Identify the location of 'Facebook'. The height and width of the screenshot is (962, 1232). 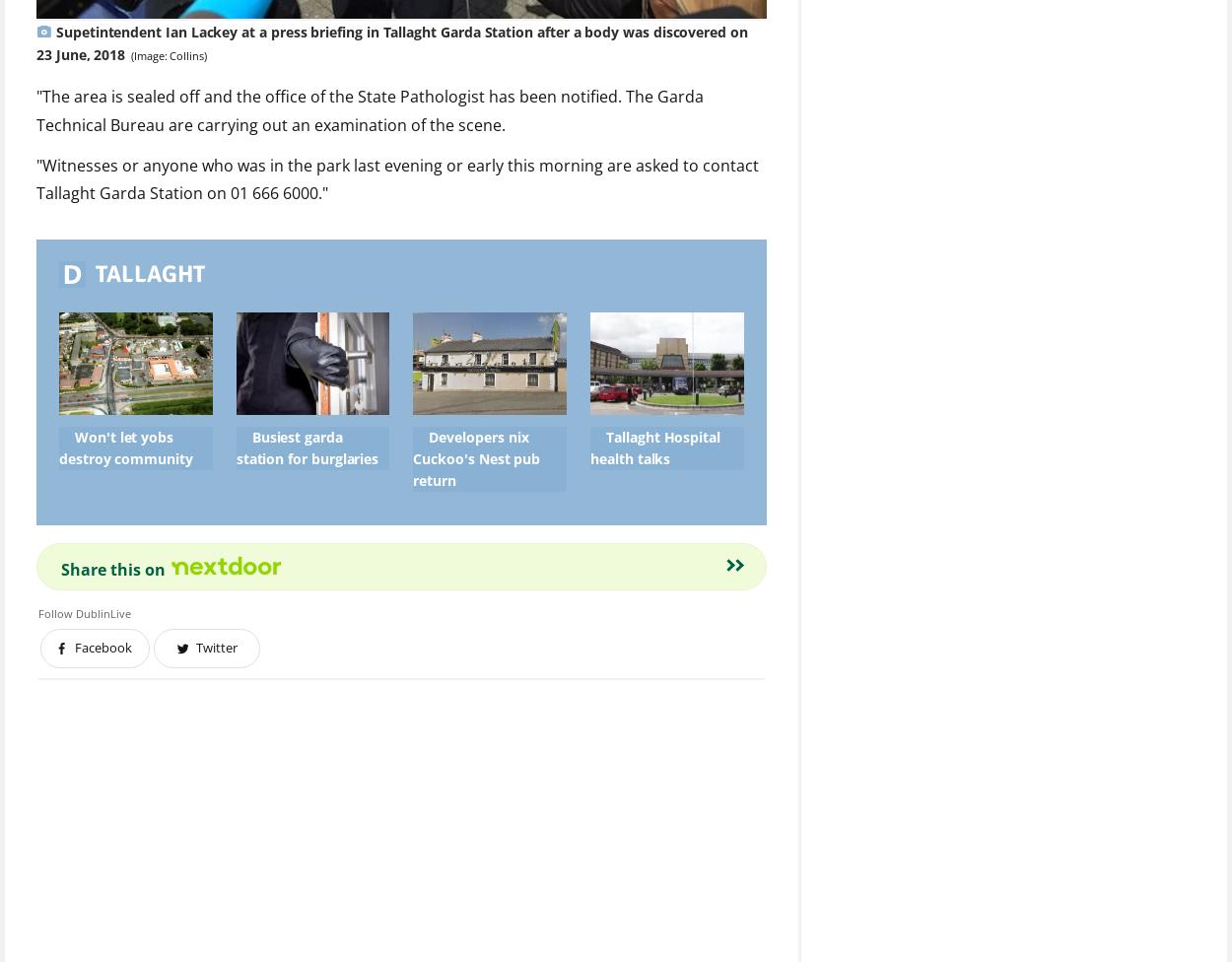
(103, 647).